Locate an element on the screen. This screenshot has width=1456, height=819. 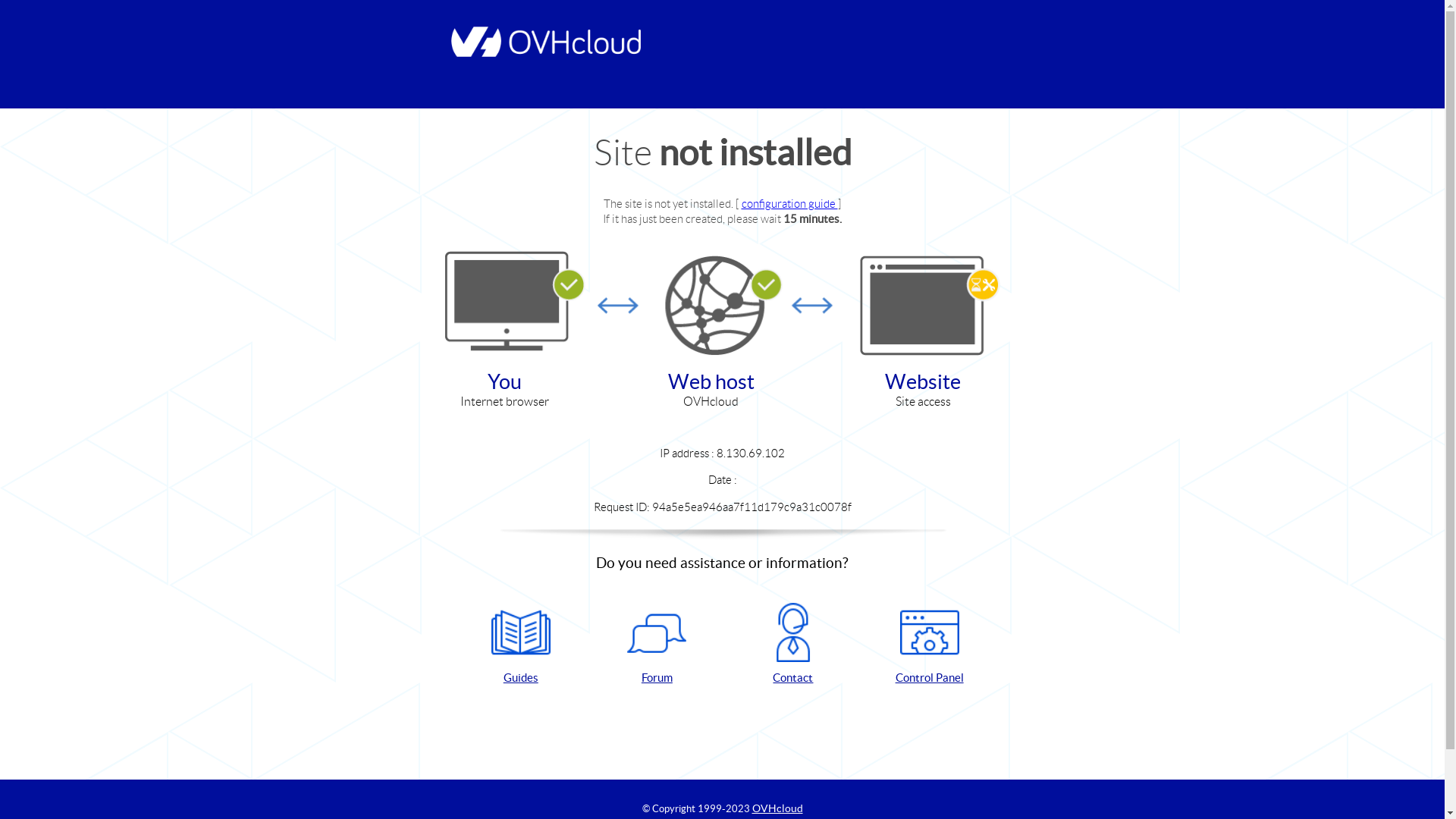
'Forum' is located at coordinates (656, 644).